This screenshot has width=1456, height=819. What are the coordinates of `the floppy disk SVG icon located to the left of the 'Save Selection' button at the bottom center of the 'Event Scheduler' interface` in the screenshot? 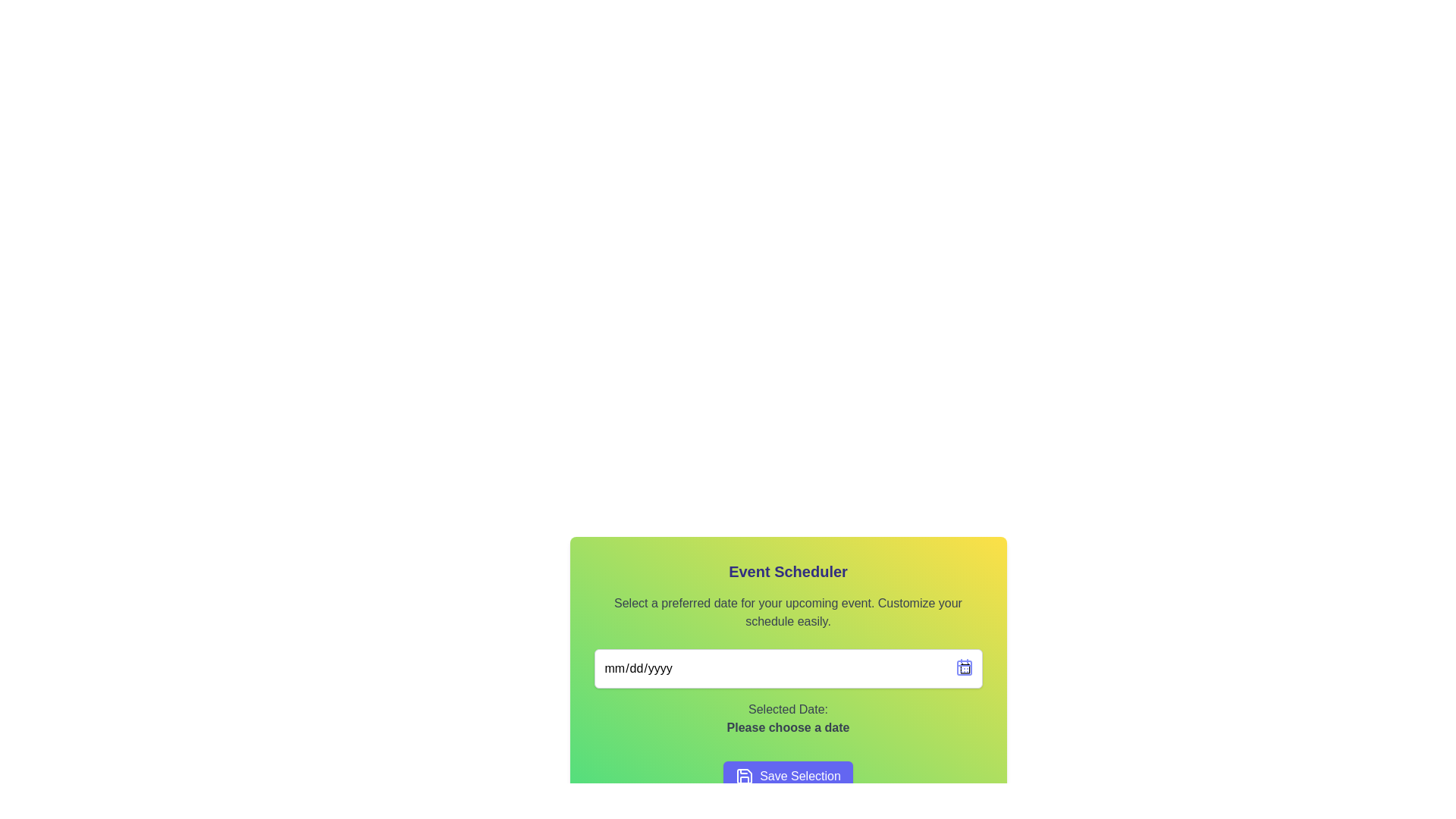 It's located at (745, 776).